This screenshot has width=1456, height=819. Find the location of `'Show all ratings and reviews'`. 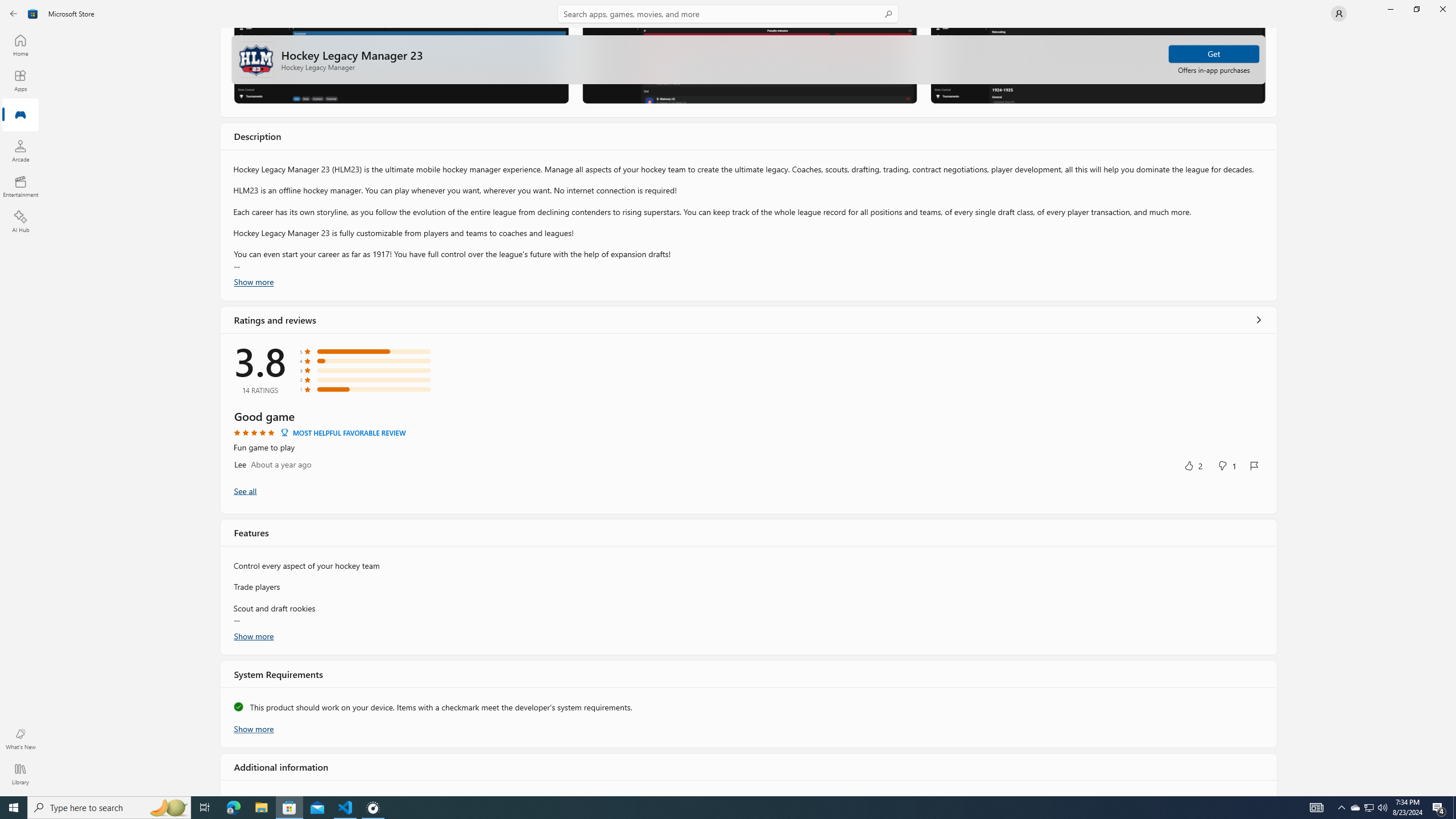

'Show all ratings and reviews' is located at coordinates (1259, 318).